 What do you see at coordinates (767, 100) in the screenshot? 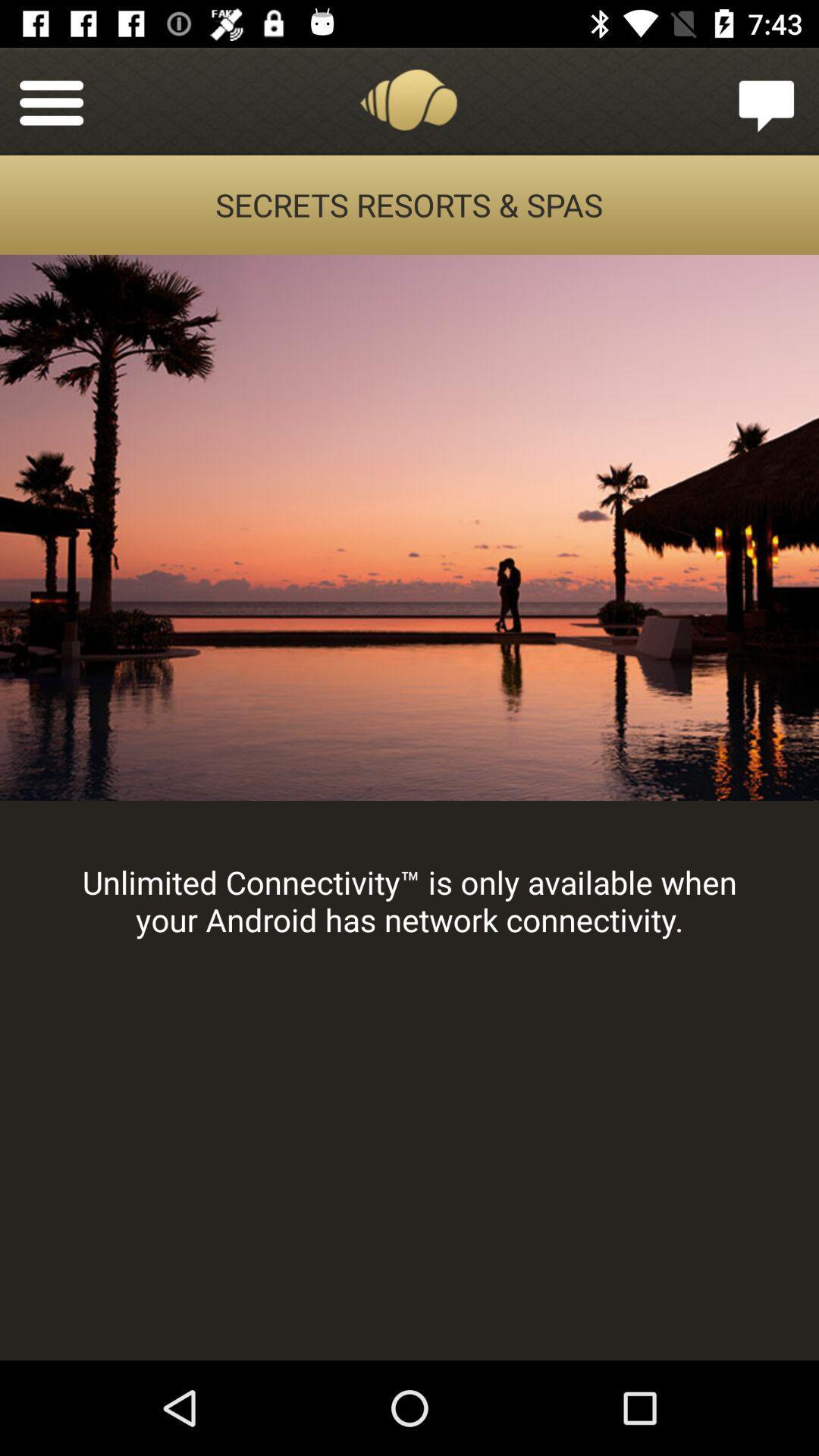
I see `the chat icon` at bounding box center [767, 100].